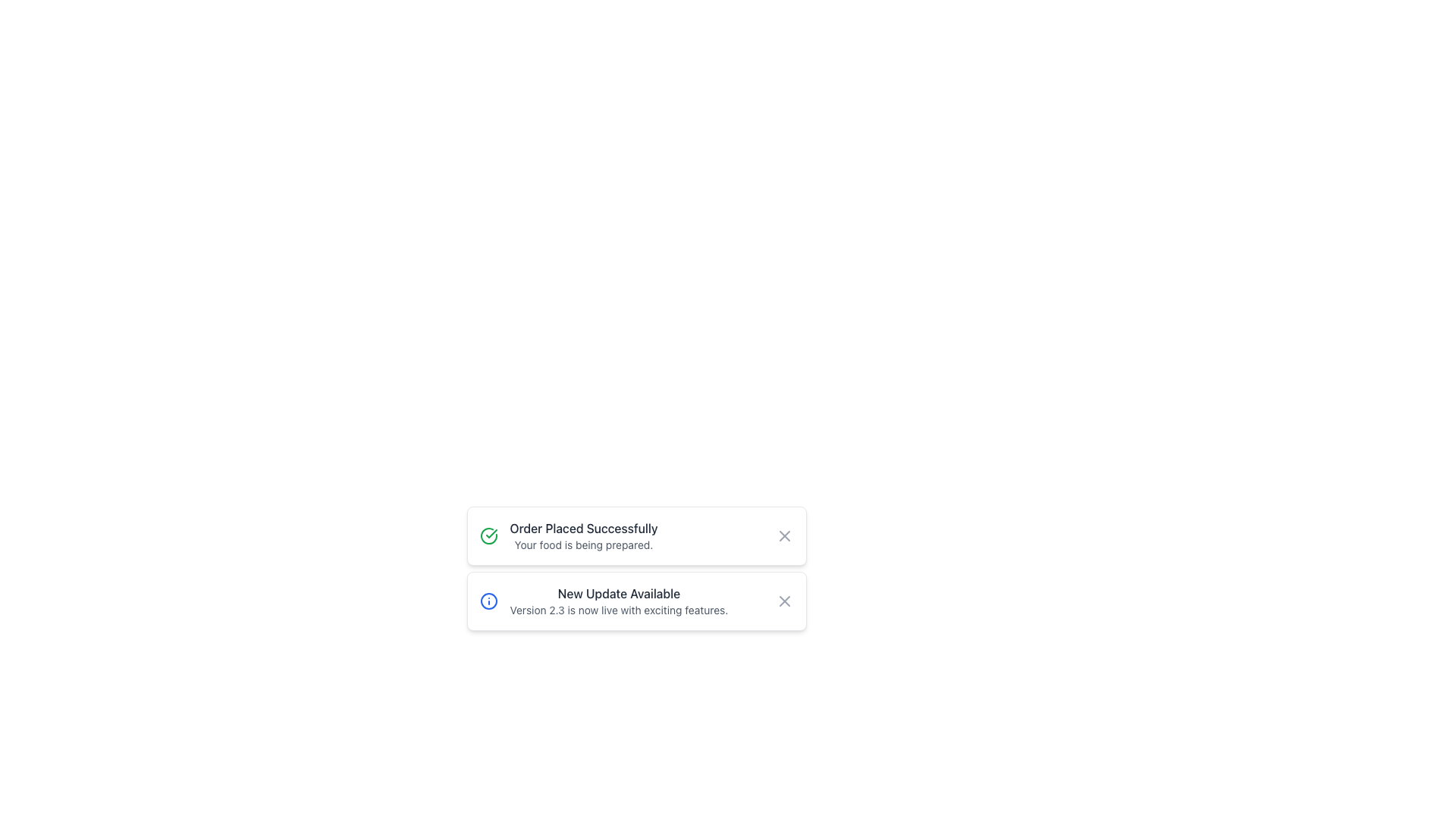 This screenshot has width=1456, height=819. What do you see at coordinates (582, 535) in the screenshot?
I see `the Text Block that displays a message indicating that an order has been successfully processed and is in preparation, located in the upper part of the notification component` at bounding box center [582, 535].